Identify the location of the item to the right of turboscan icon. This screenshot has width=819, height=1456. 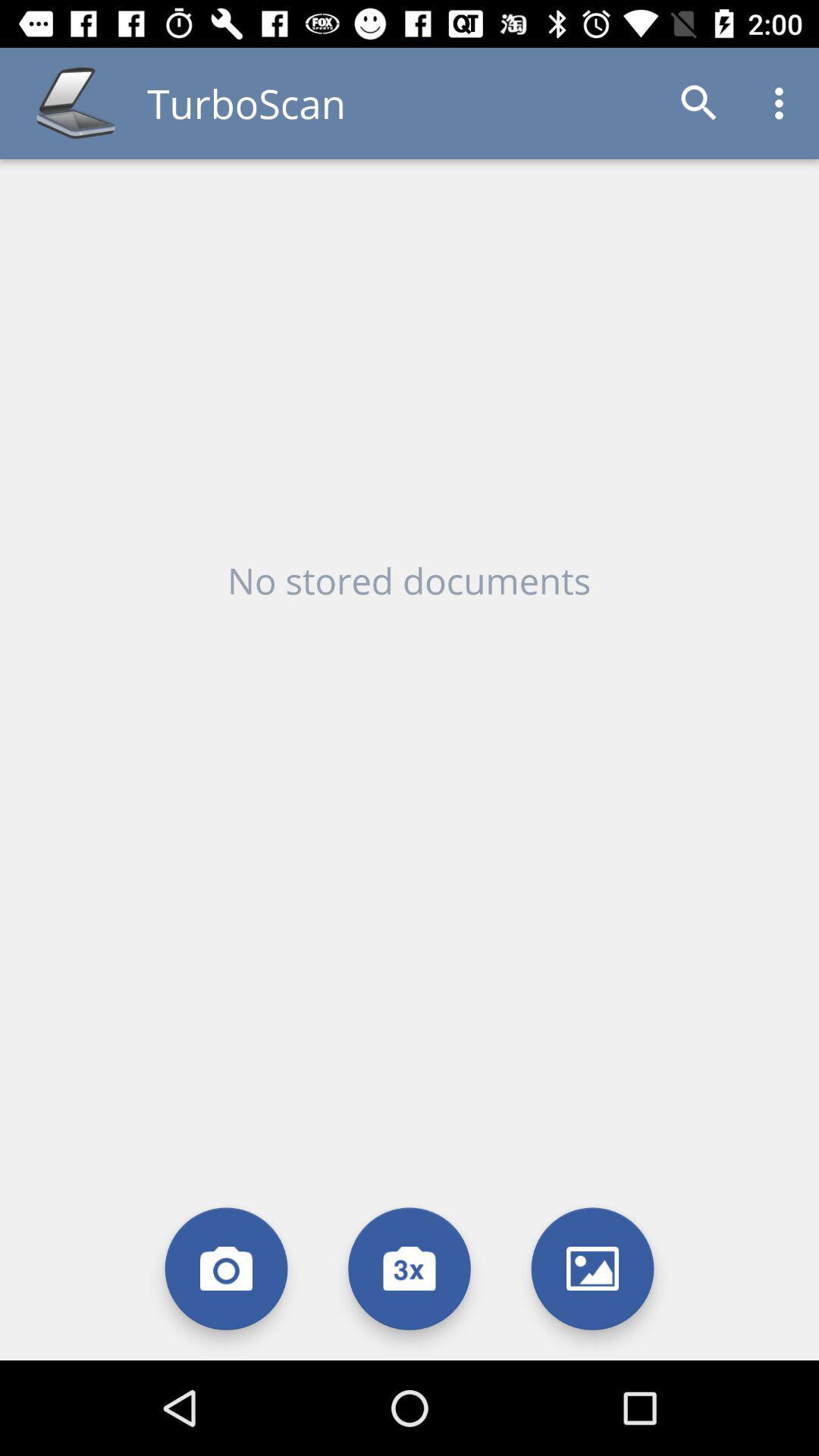
(699, 102).